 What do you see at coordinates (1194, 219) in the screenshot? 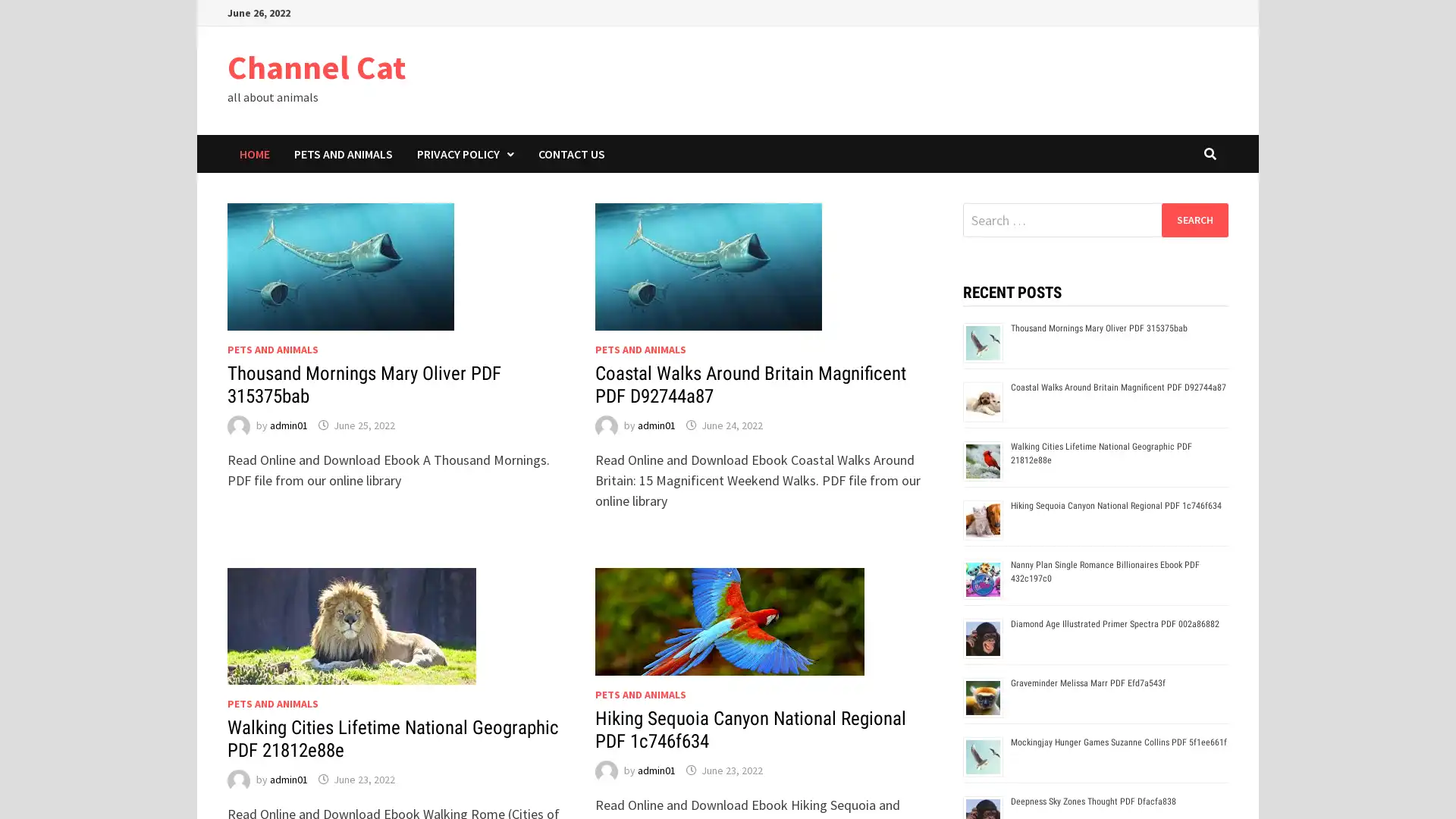
I see `Search` at bounding box center [1194, 219].